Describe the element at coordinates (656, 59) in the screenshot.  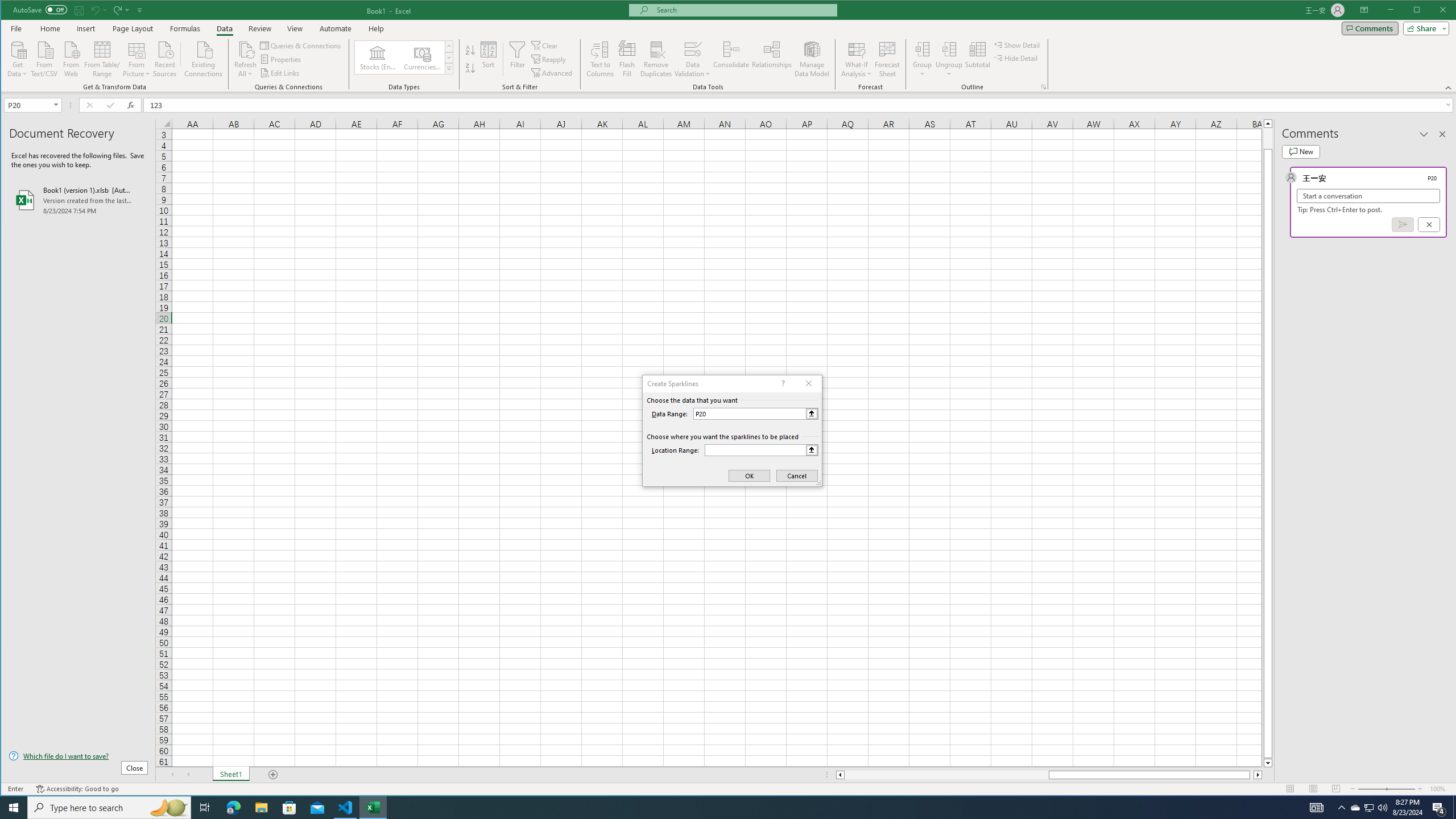
I see `'Remove Duplicates'` at that location.